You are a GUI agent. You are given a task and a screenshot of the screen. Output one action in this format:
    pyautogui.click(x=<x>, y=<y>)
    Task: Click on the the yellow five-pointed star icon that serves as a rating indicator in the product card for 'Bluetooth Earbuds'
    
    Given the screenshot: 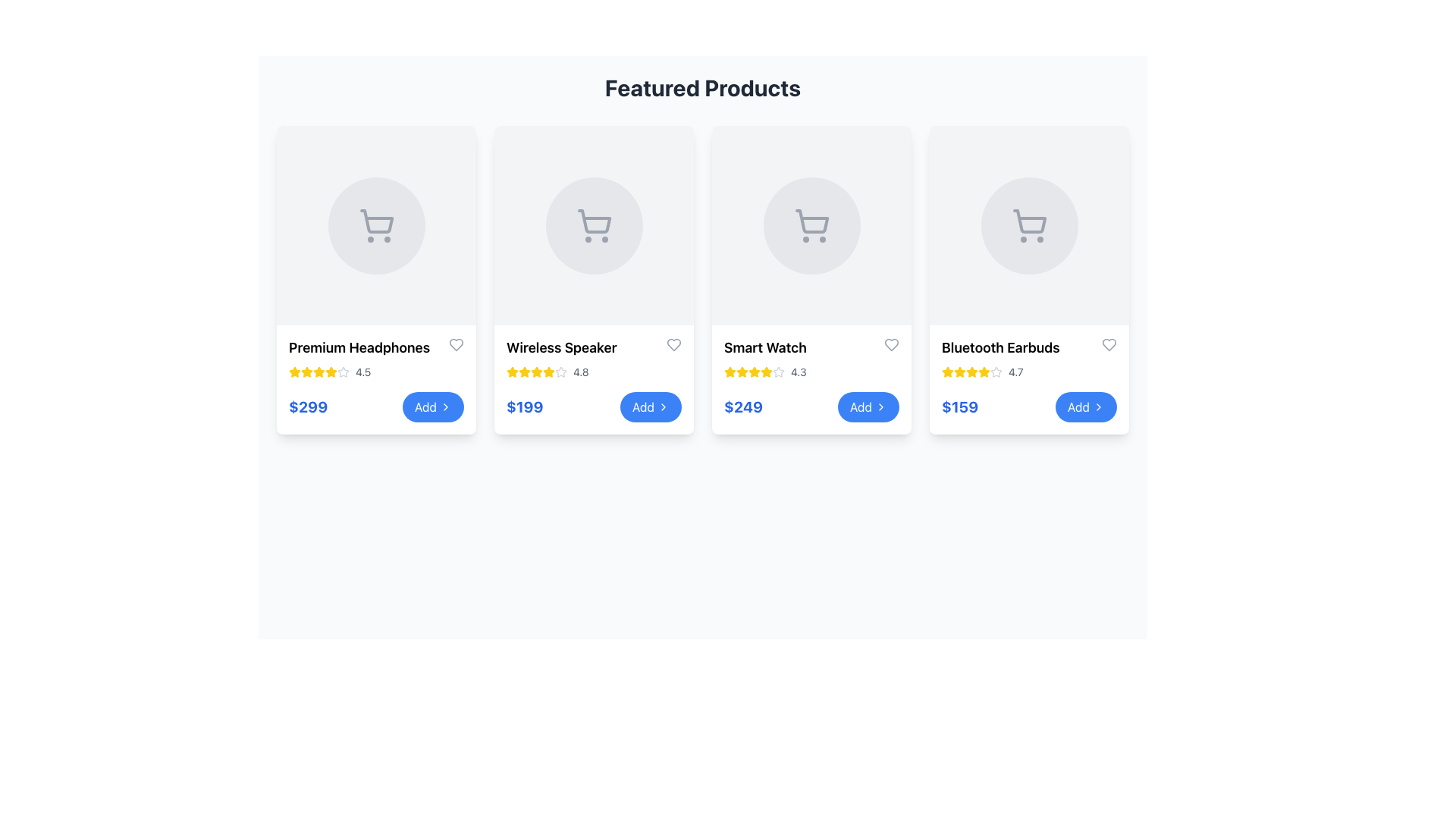 What is the action you would take?
    pyautogui.click(x=971, y=372)
    